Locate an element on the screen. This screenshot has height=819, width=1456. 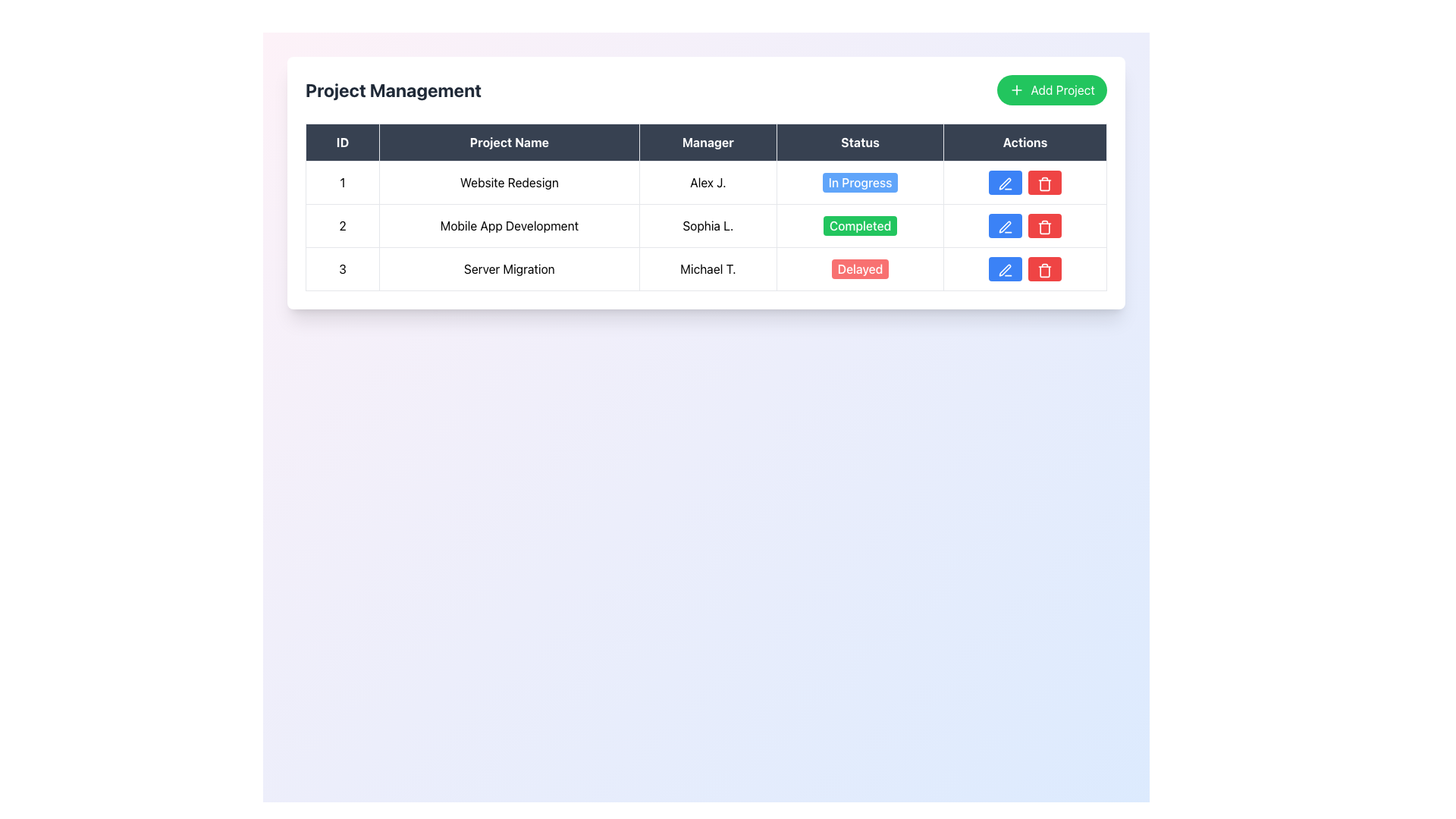
the blue rounded button with a pencil icon located in the 'Actions' column of the first row, adjacent to the 'In Progress' status indicator is located at coordinates (1006, 181).